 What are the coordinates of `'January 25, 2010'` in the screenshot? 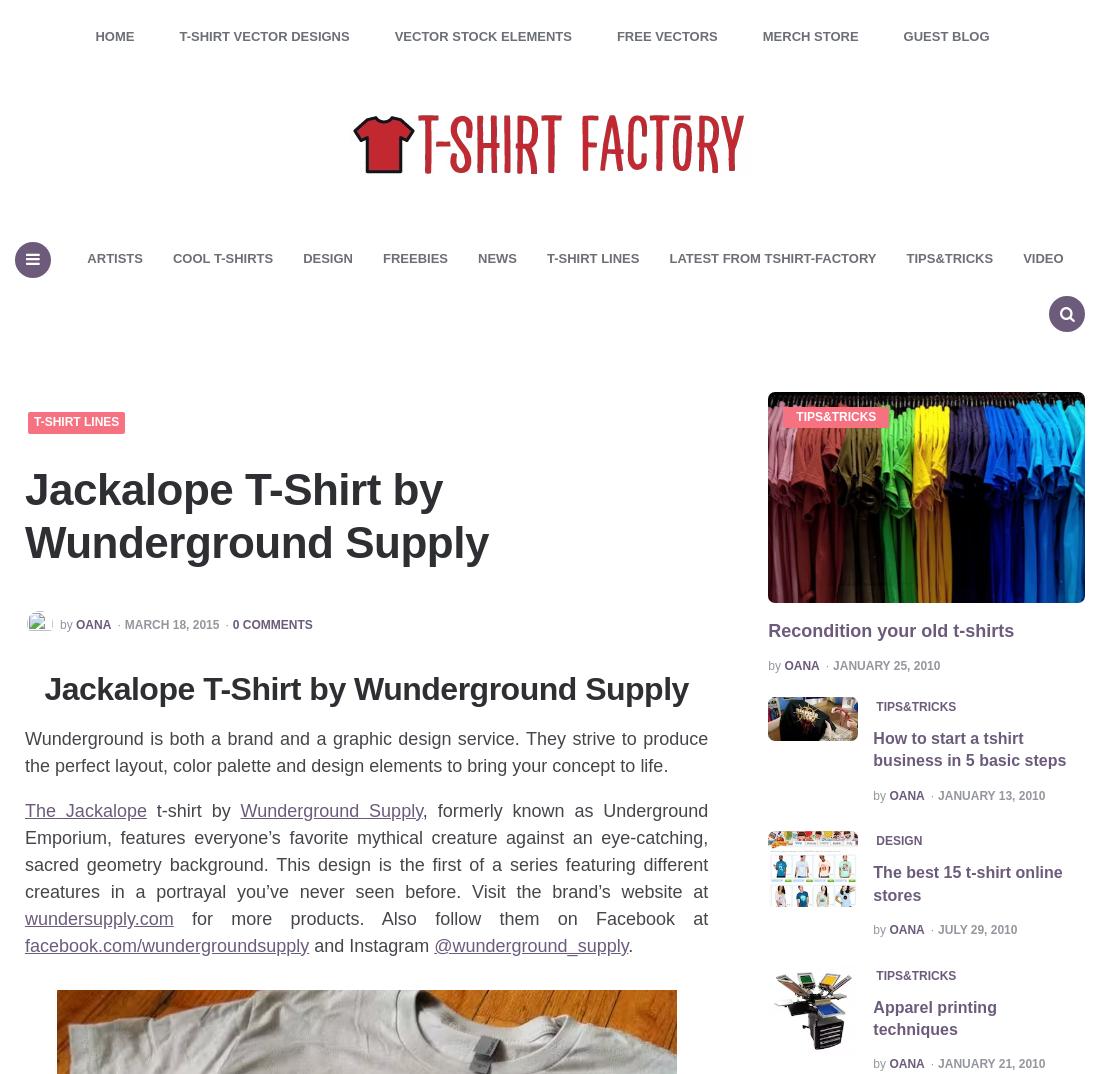 It's located at (832, 664).